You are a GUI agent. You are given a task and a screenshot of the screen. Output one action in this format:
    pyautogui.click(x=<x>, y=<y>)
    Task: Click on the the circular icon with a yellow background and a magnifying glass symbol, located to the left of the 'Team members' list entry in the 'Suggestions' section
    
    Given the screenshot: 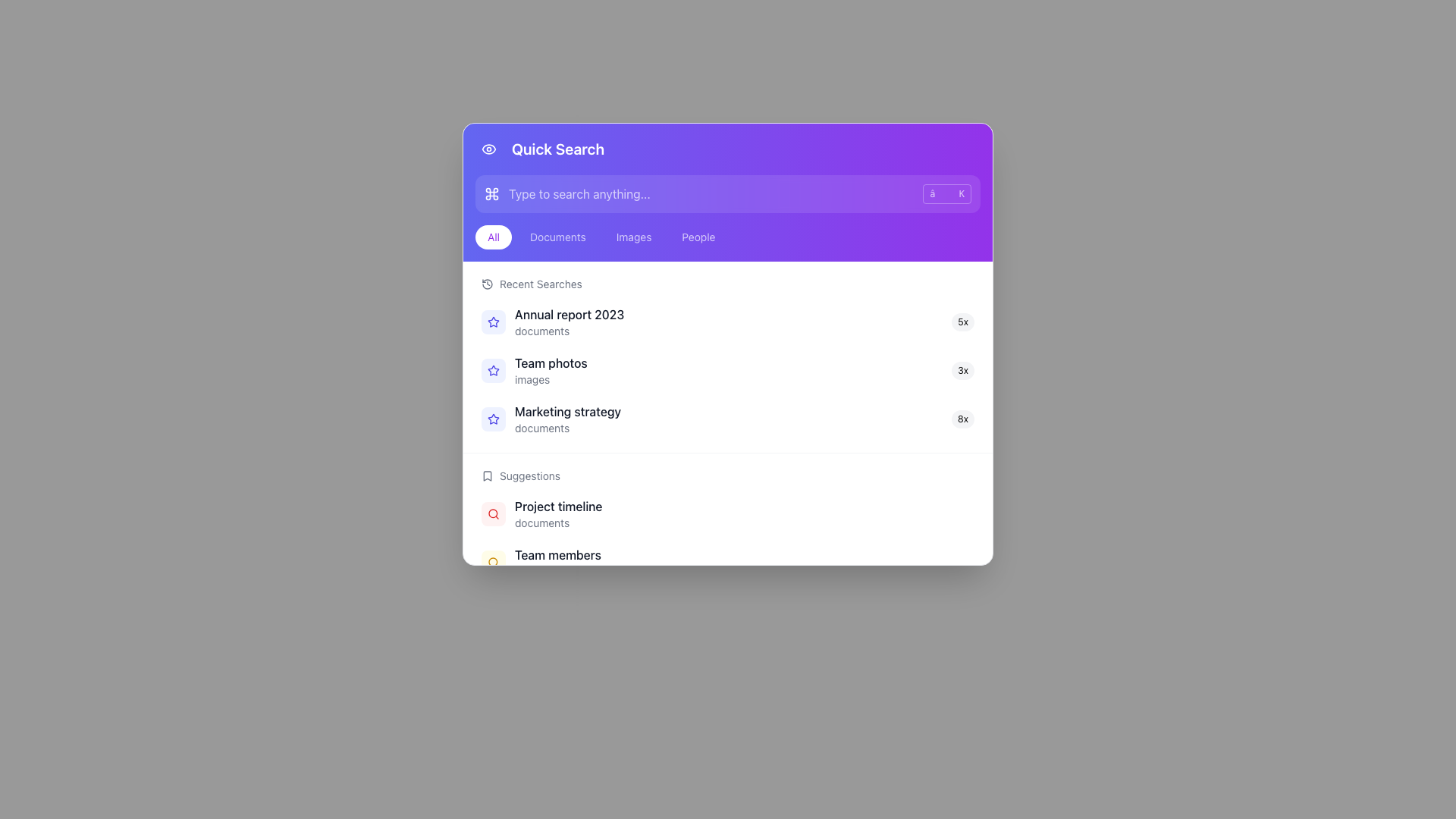 What is the action you would take?
    pyautogui.click(x=494, y=562)
    